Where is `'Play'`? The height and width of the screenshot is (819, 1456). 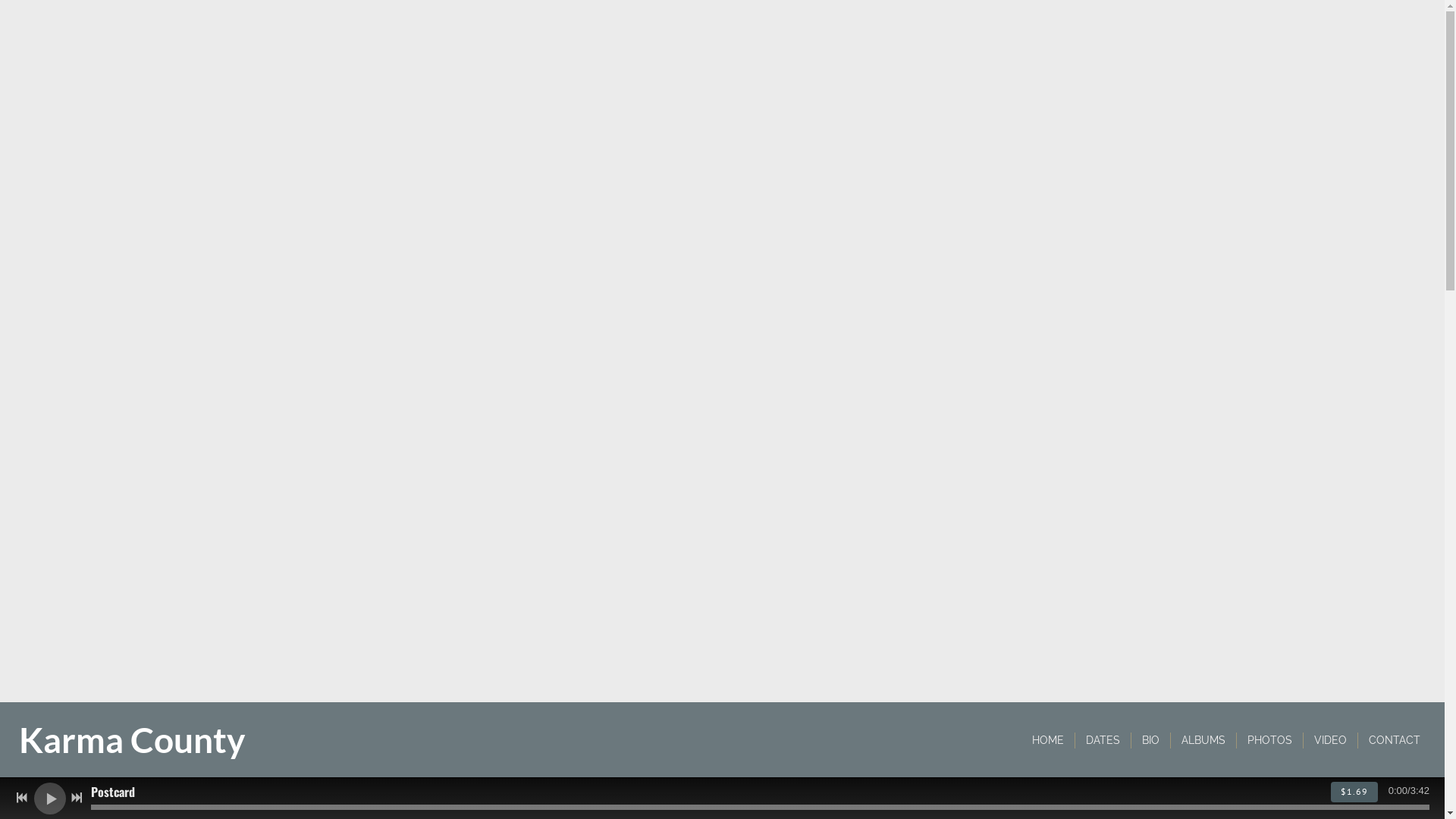 'Play' is located at coordinates (49, 797).